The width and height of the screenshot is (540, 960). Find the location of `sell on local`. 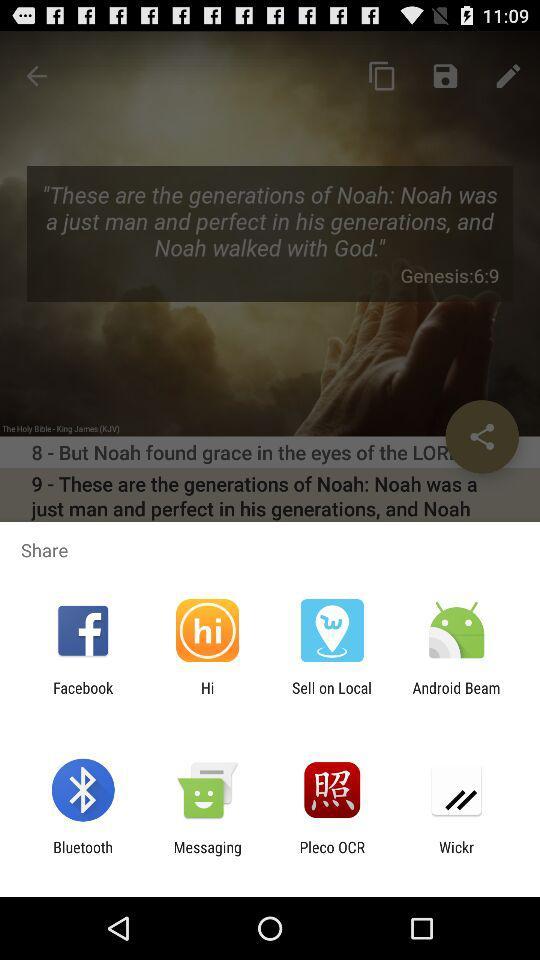

sell on local is located at coordinates (332, 696).